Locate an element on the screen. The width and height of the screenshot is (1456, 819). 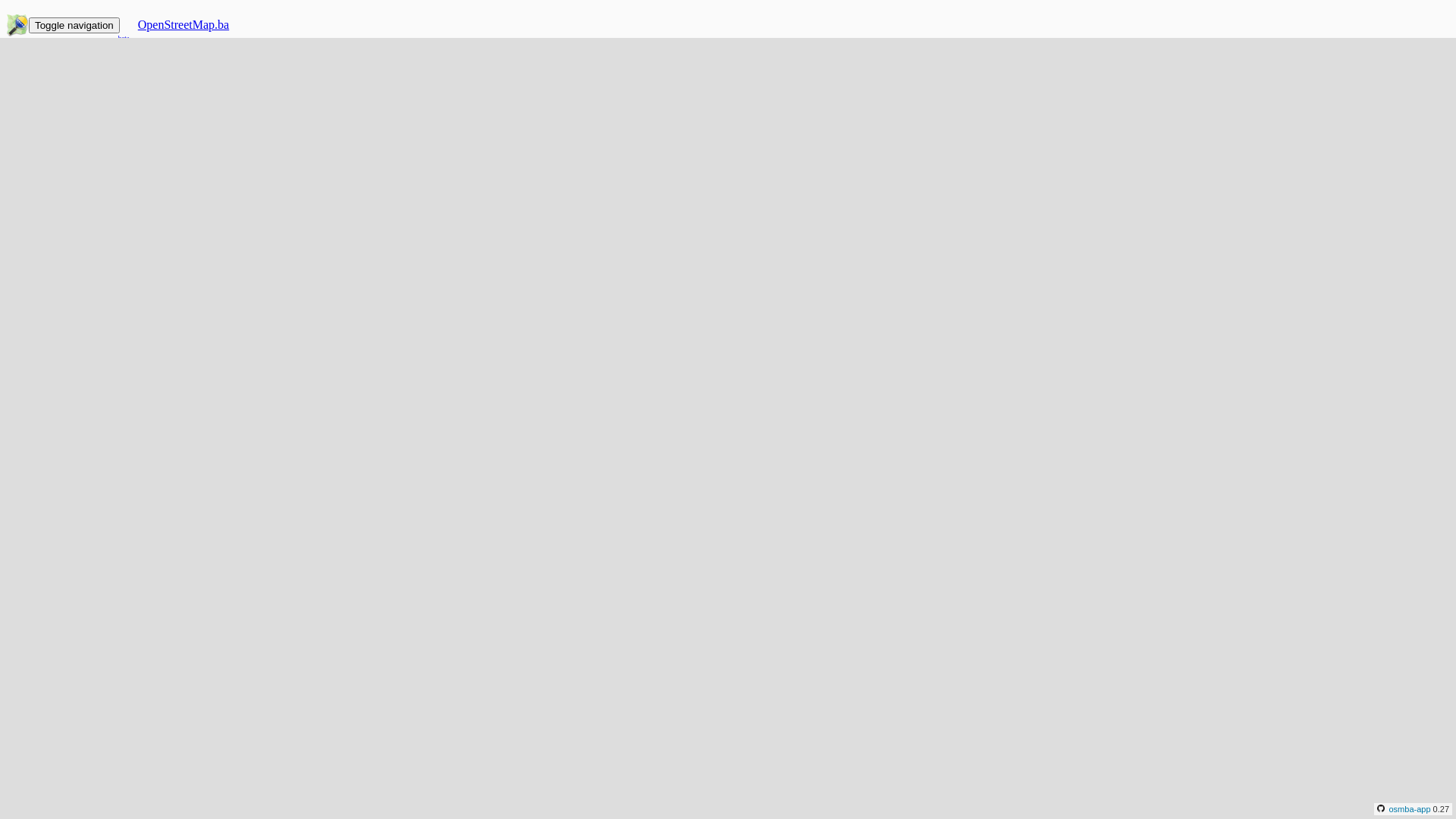
'Zajednica' is located at coordinates (36, 76).